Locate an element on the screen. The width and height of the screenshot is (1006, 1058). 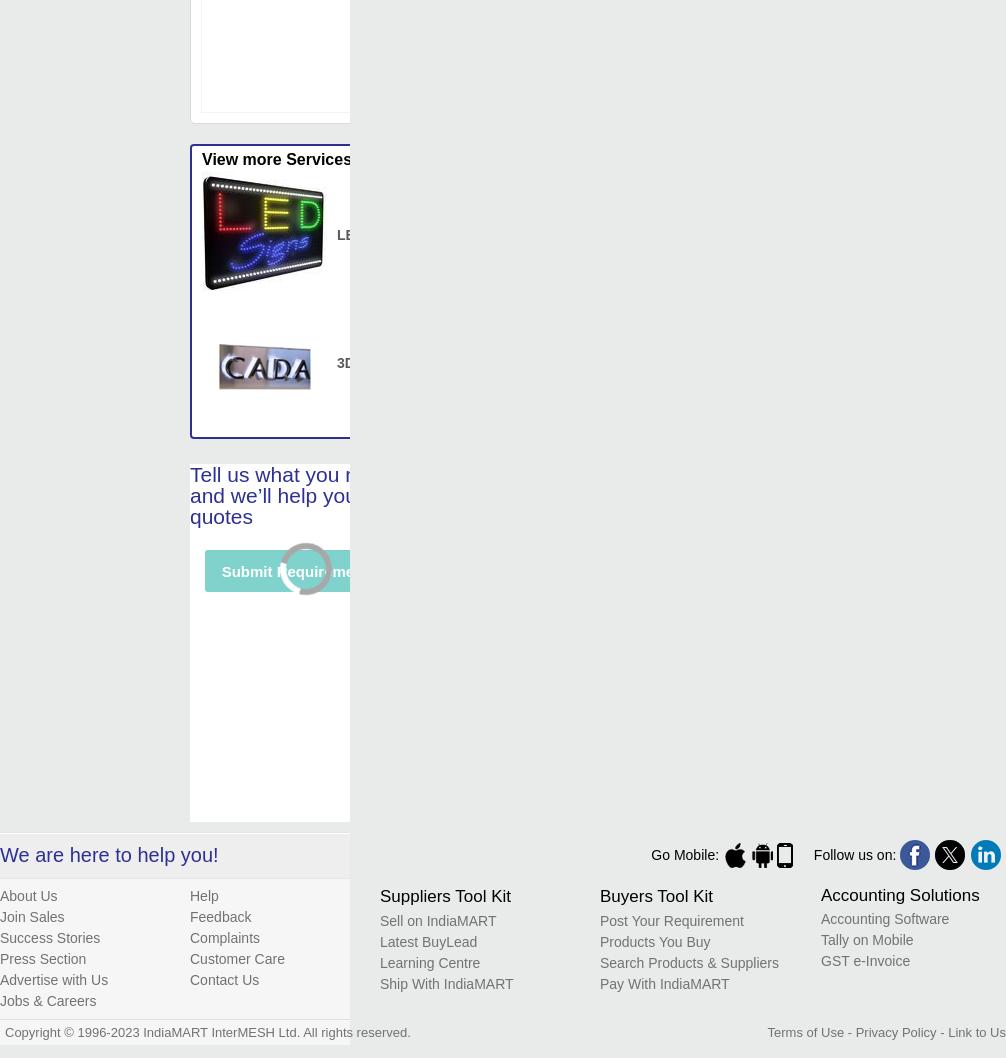
'Is It Waterproof' is located at coordinates (476, 309).